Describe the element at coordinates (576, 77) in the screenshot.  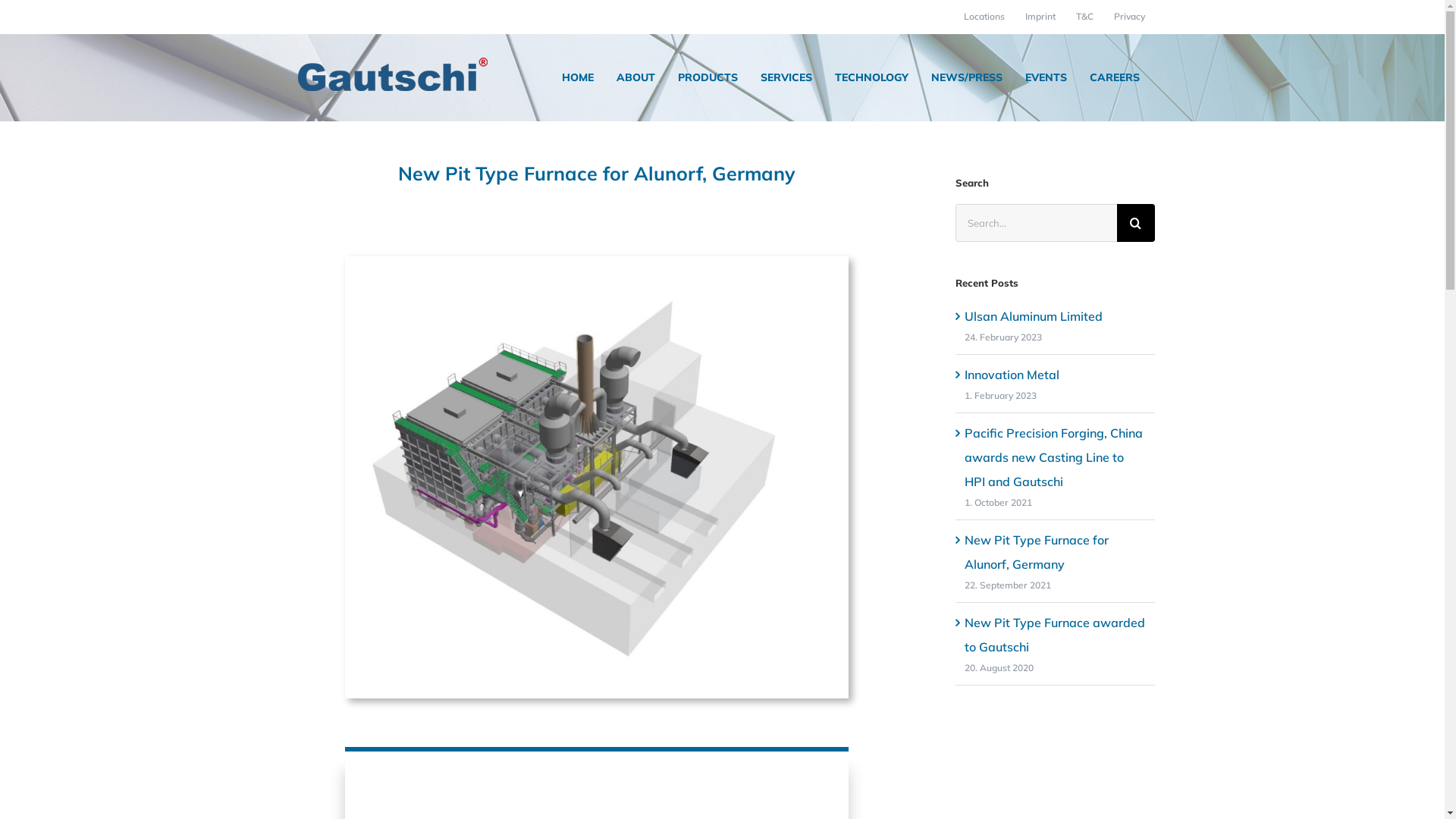
I see `'HOME'` at that location.